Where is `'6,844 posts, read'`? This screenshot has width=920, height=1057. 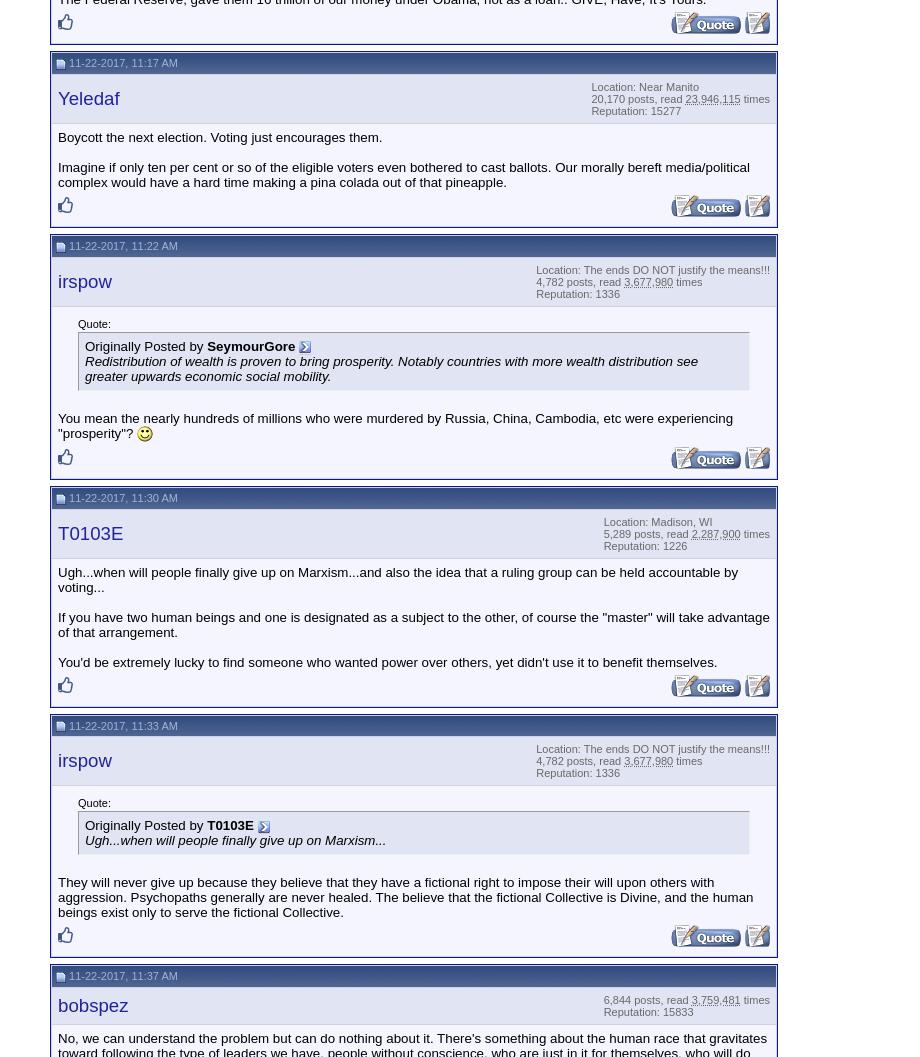 '6,844 posts, read' is located at coordinates (646, 997).